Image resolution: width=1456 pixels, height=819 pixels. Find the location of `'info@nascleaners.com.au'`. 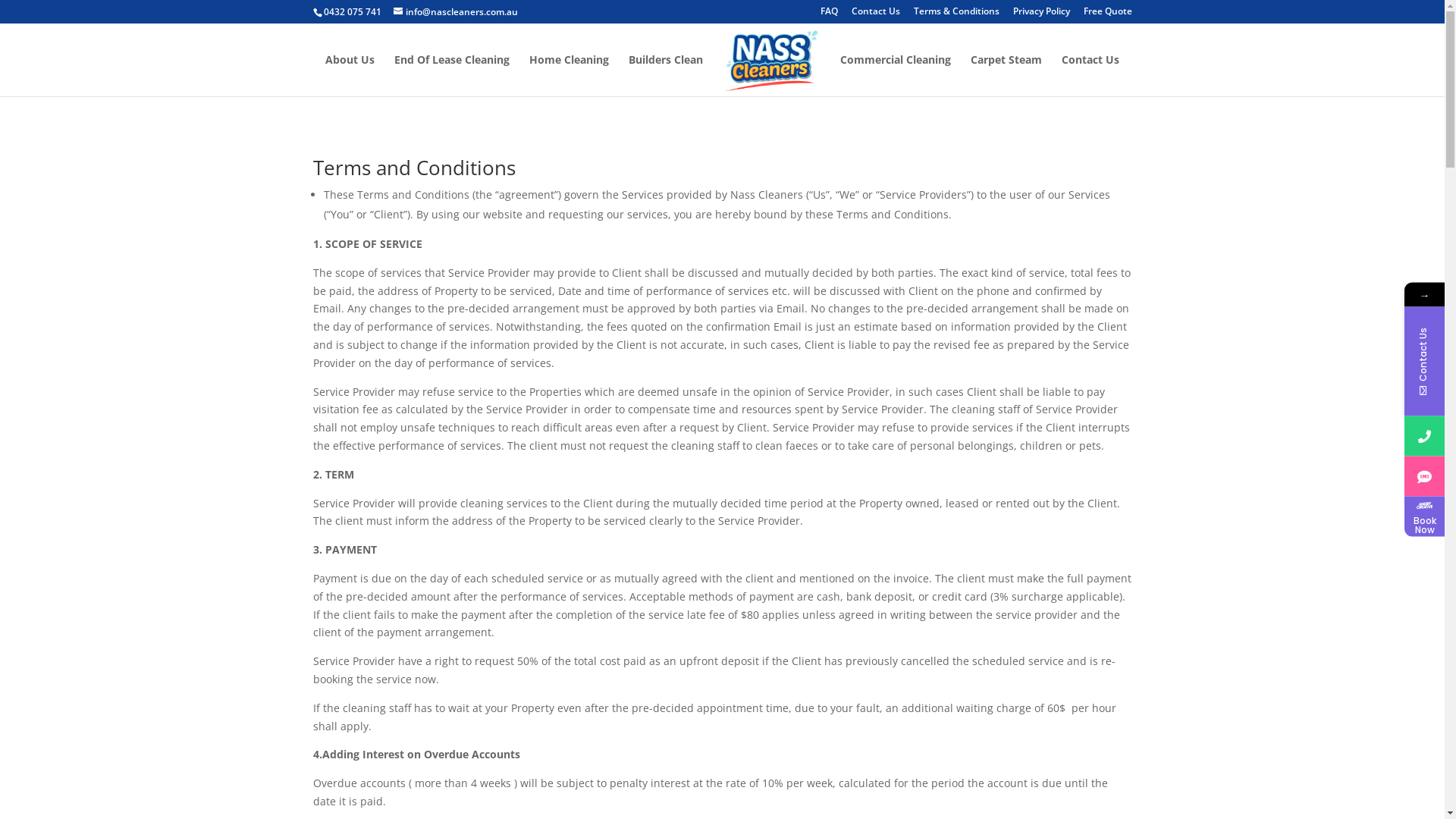

'info@nascleaners.com.au' is located at coordinates (454, 11).